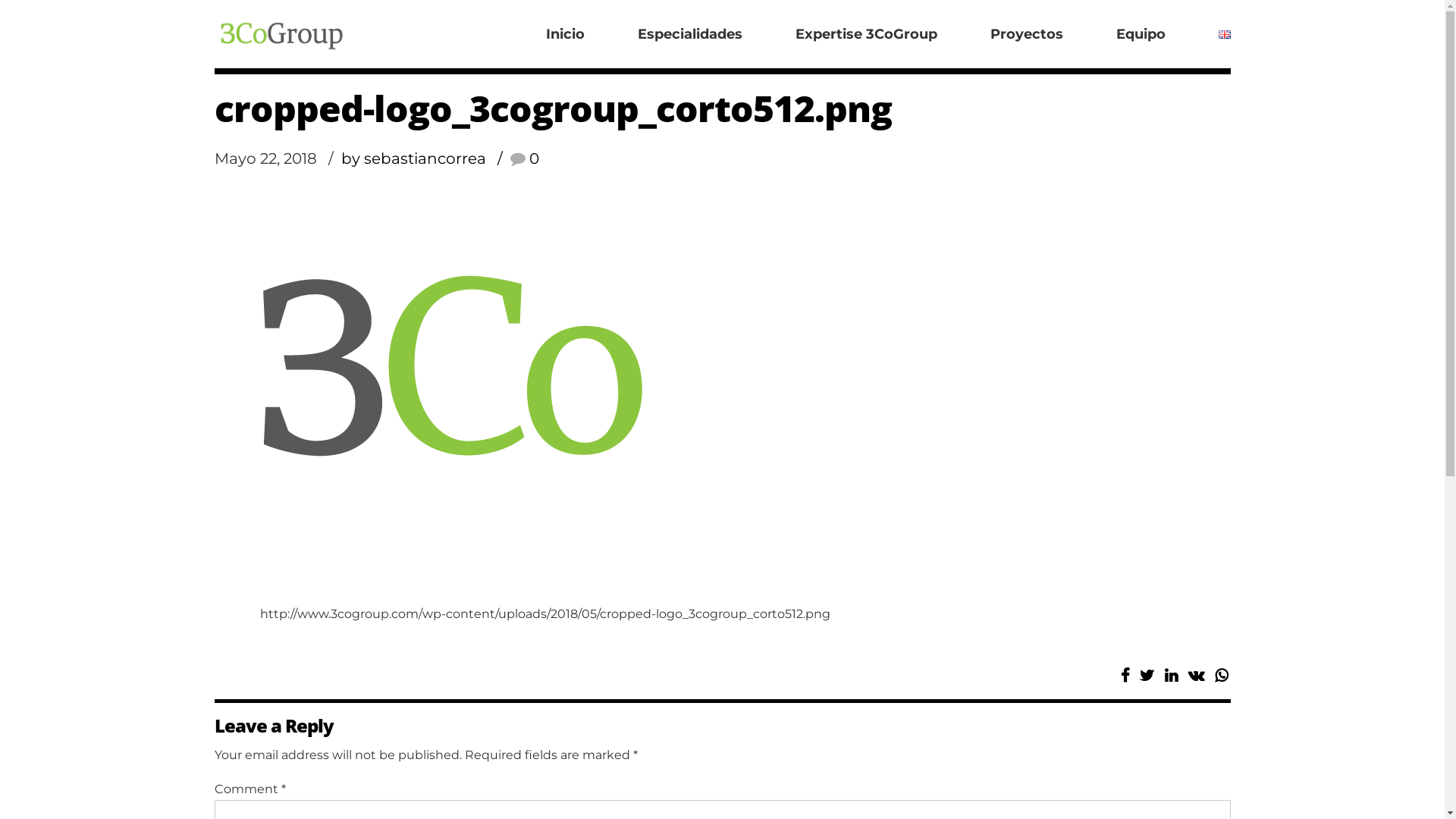 The height and width of the screenshot is (819, 1456). I want to click on 'Equipo', so click(1141, 34).